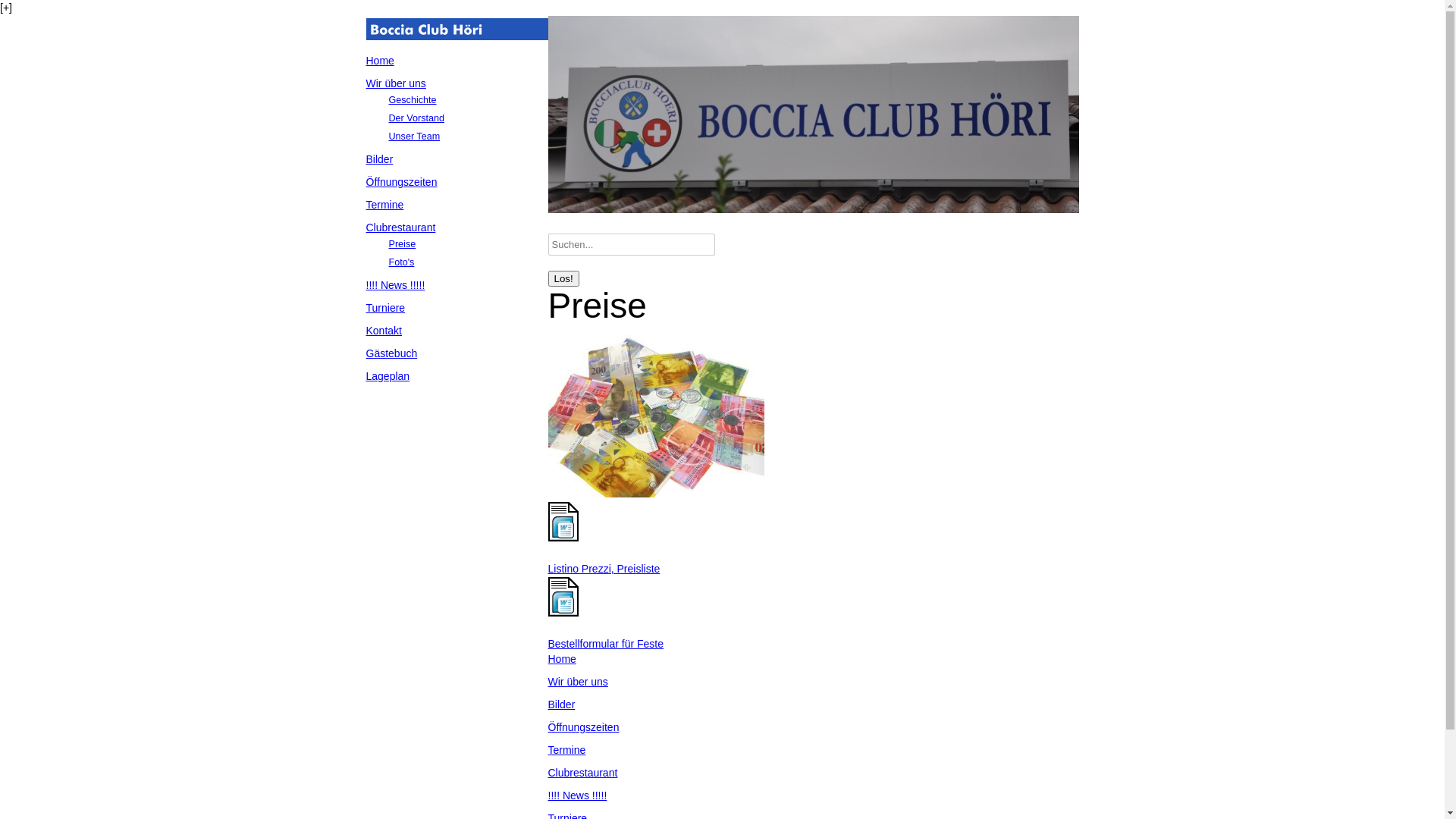  Describe the element at coordinates (379, 60) in the screenshot. I see `'Home'` at that location.